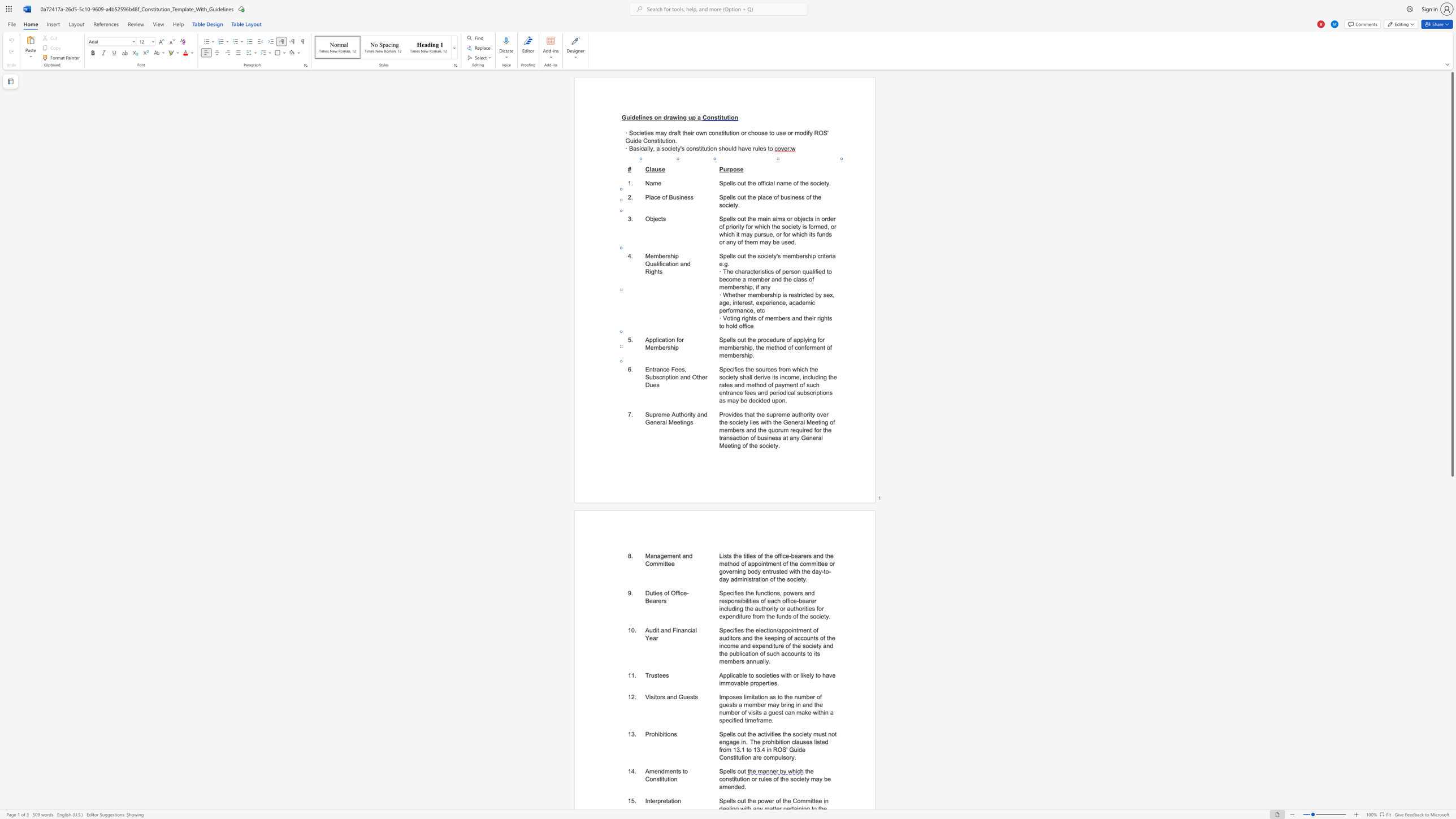 Image resolution: width=1456 pixels, height=819 pixels. What do you see at coordinates (765, 369) in the screenshot?
I see `the 1th character "r" in the text` at bounding box center [765, 369].